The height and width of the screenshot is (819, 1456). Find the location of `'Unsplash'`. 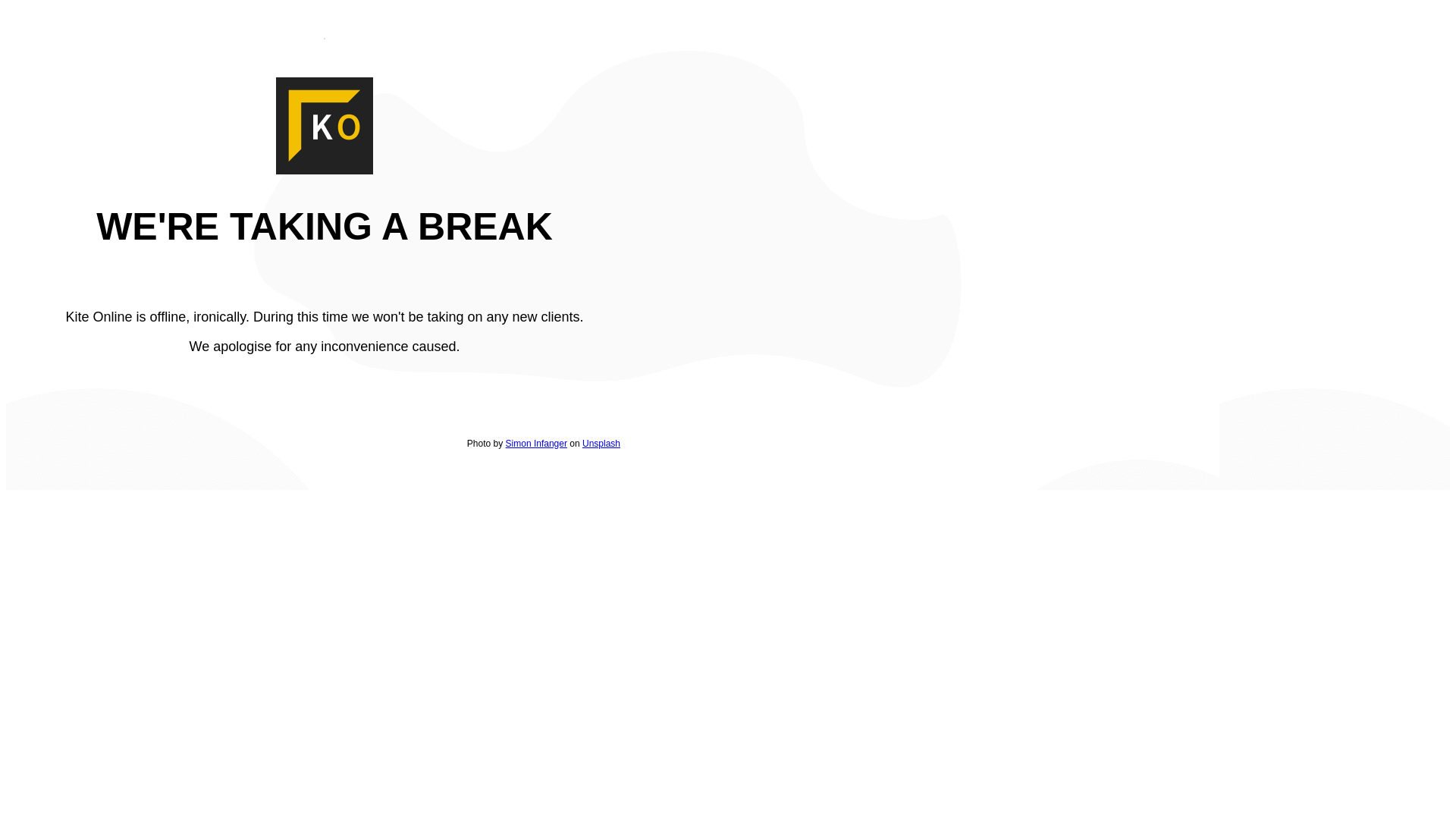

'Unsplash' is located at coordinates (582, 444).